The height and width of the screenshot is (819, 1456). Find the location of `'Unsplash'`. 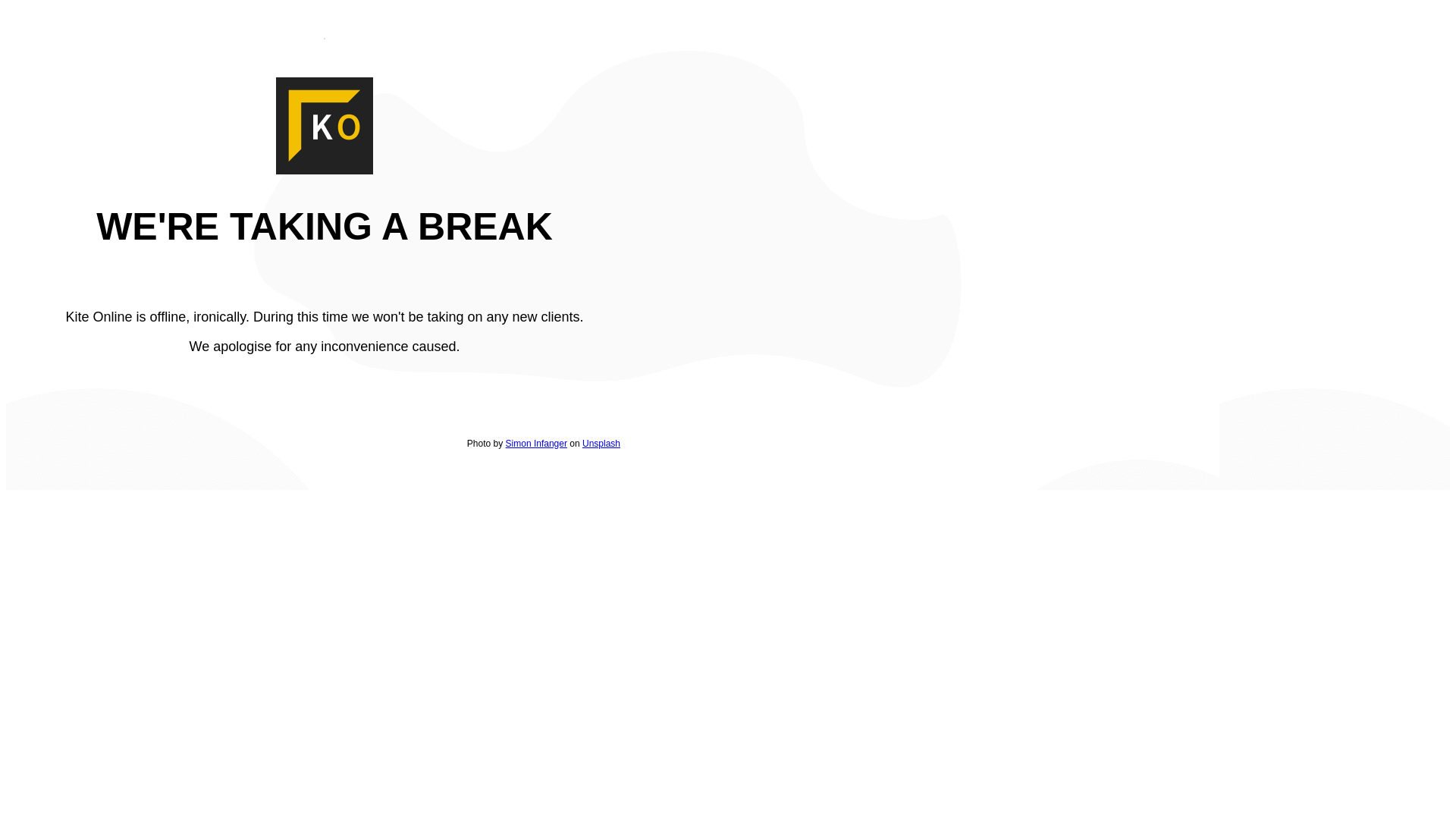

'Unsplash' is located at coordinates (582, 444).